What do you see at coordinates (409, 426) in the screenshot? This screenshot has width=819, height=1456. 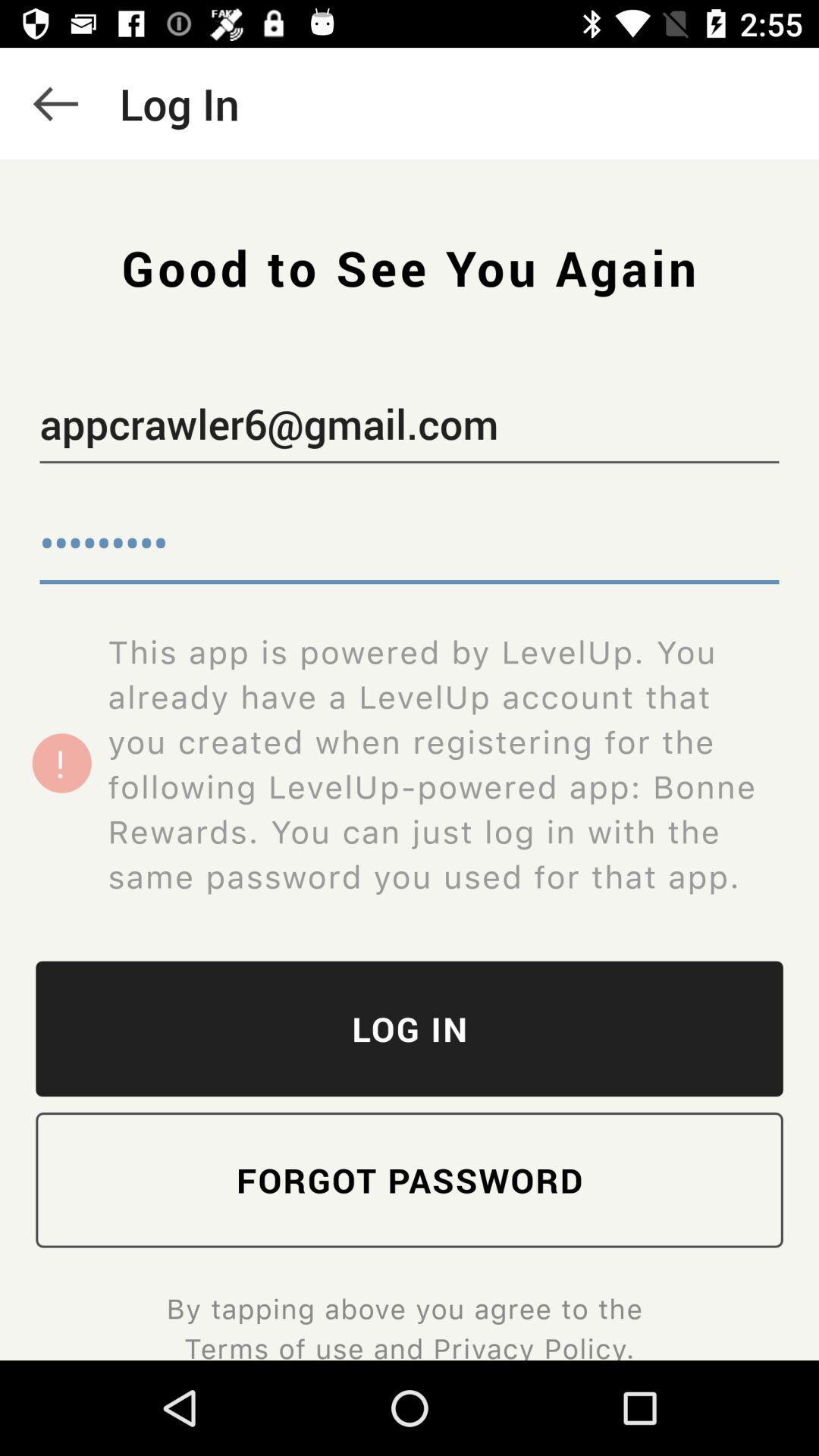 I see `the icon above the crowd3116 icon` at bounding box center [409, 426].